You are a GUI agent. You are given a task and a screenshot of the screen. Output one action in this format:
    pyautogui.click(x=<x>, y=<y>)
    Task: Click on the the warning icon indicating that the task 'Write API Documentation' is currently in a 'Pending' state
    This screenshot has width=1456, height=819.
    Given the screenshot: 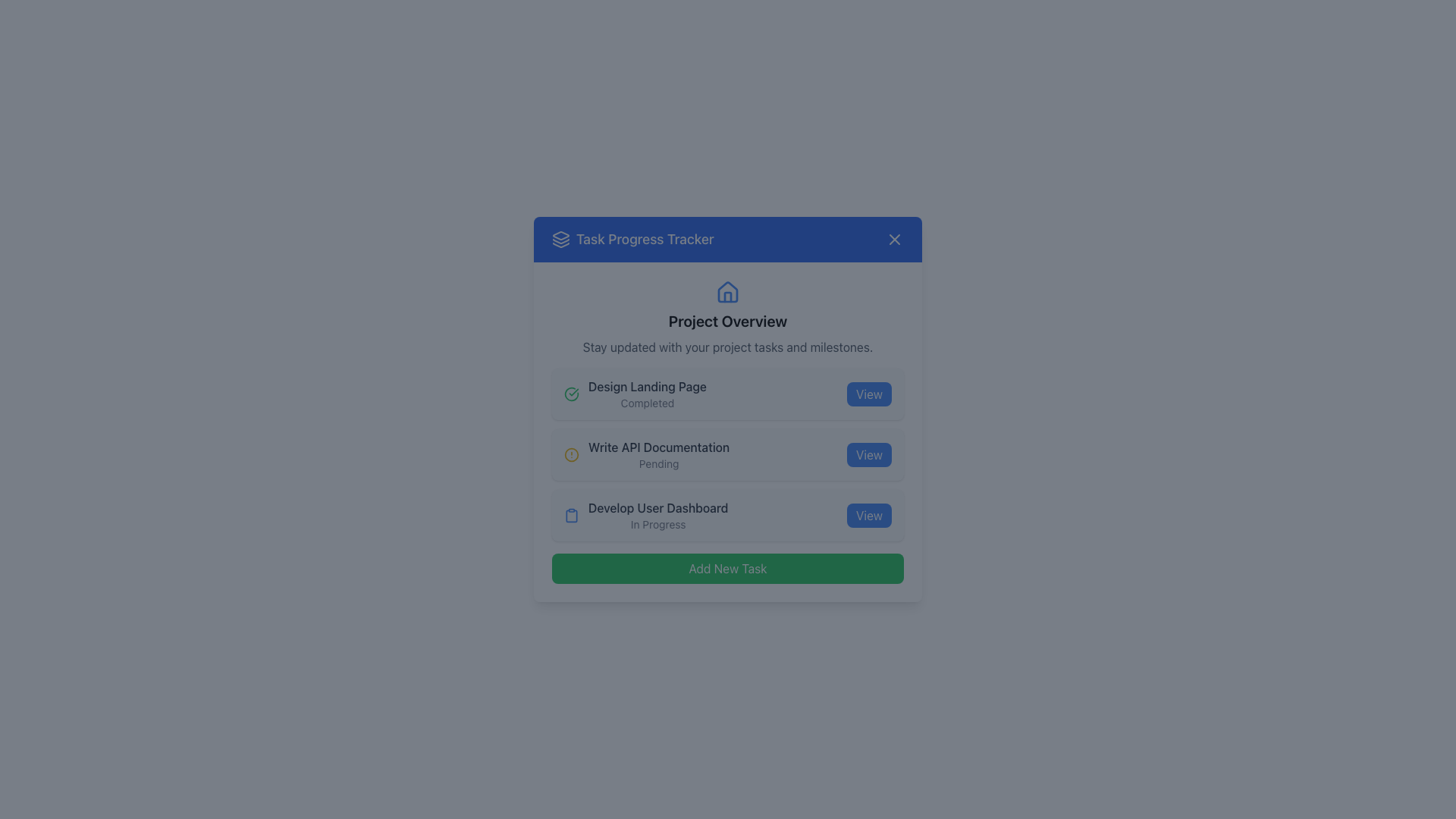 What is the action you would take?
    pyautogui.click(x=570, y=454)
    